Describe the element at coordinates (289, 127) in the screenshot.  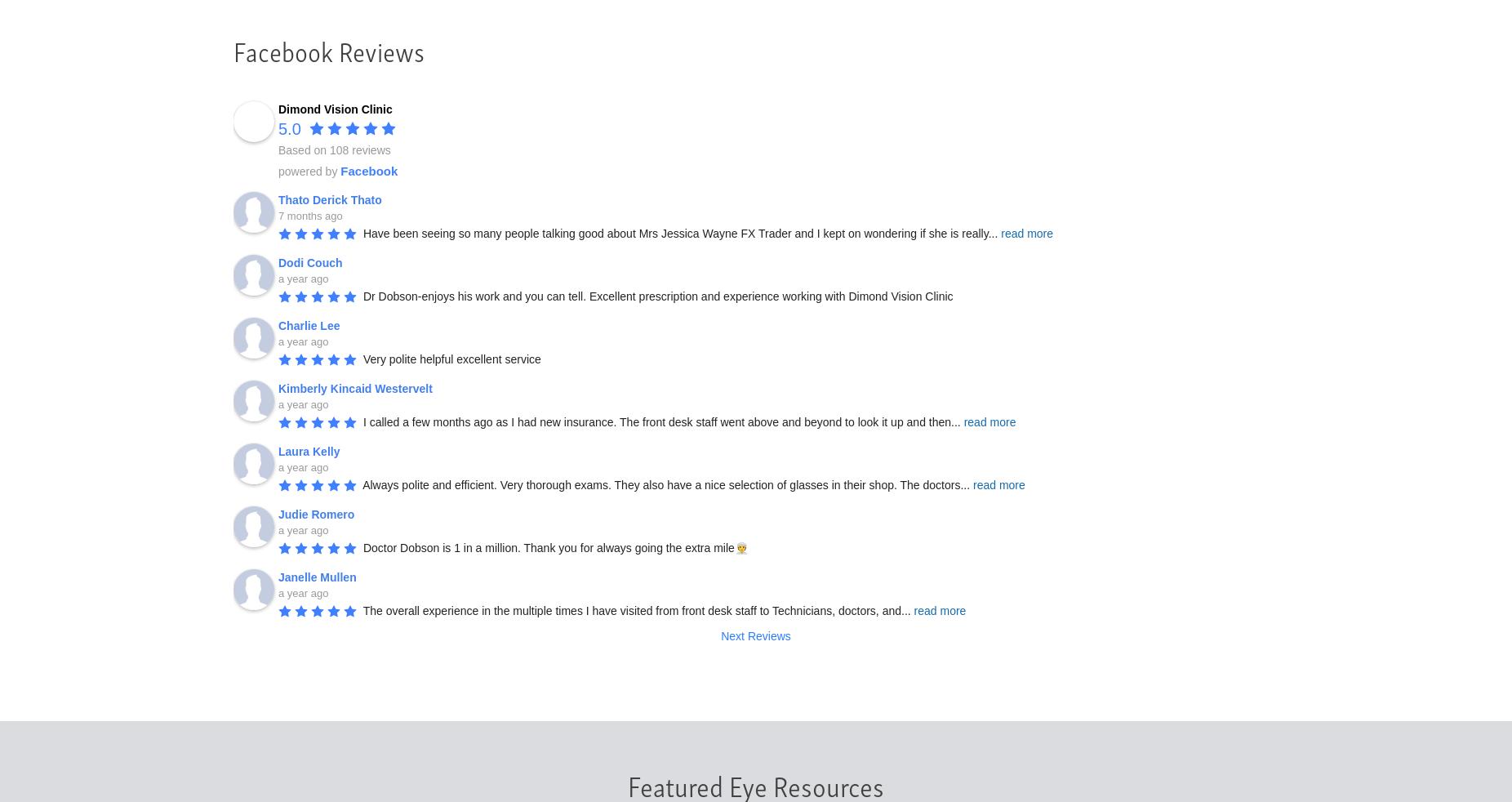
I see `'5.0'` at that location.